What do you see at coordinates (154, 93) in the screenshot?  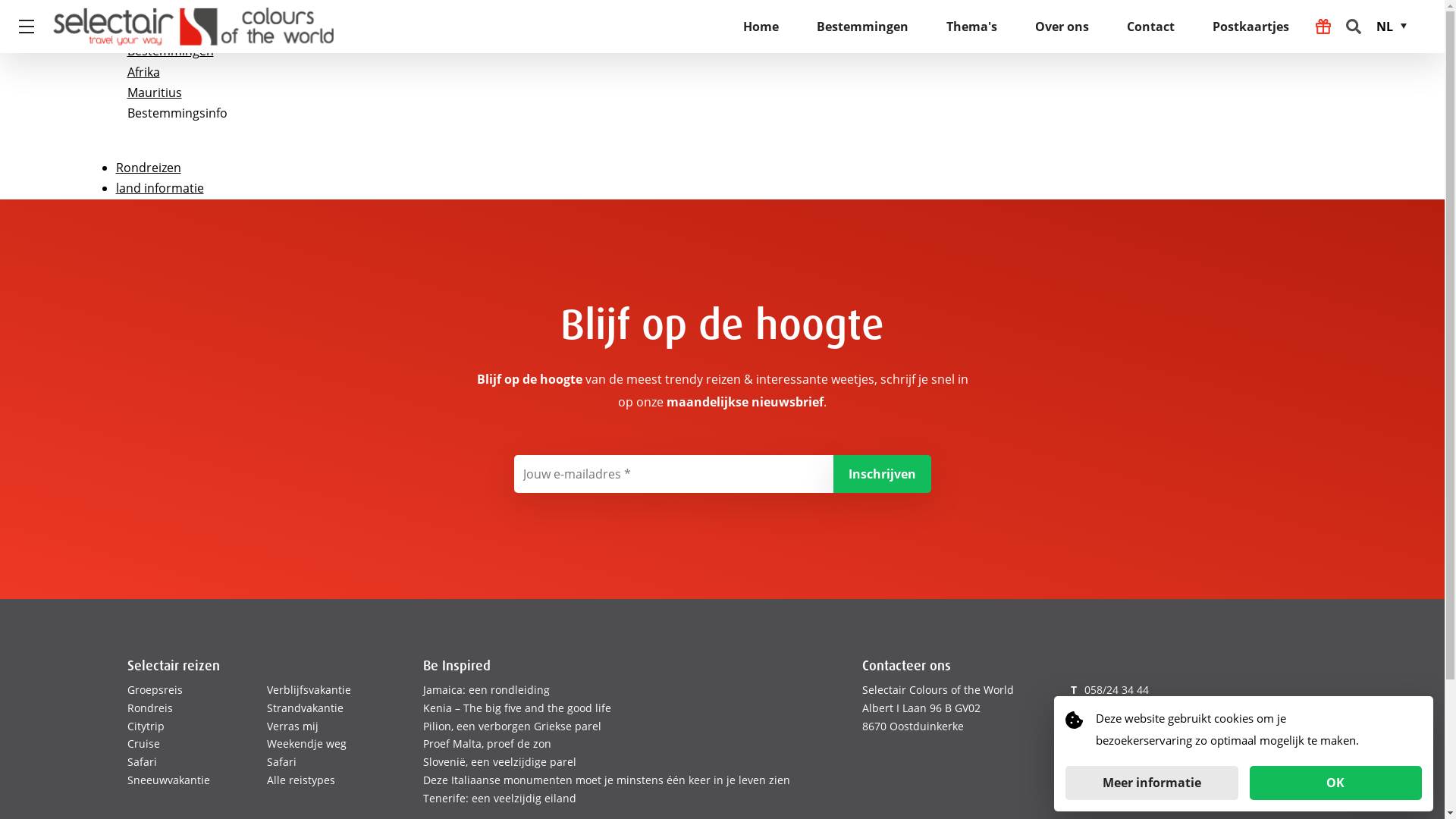 I see `'Mauritius'` at bounding box center [154, 93].